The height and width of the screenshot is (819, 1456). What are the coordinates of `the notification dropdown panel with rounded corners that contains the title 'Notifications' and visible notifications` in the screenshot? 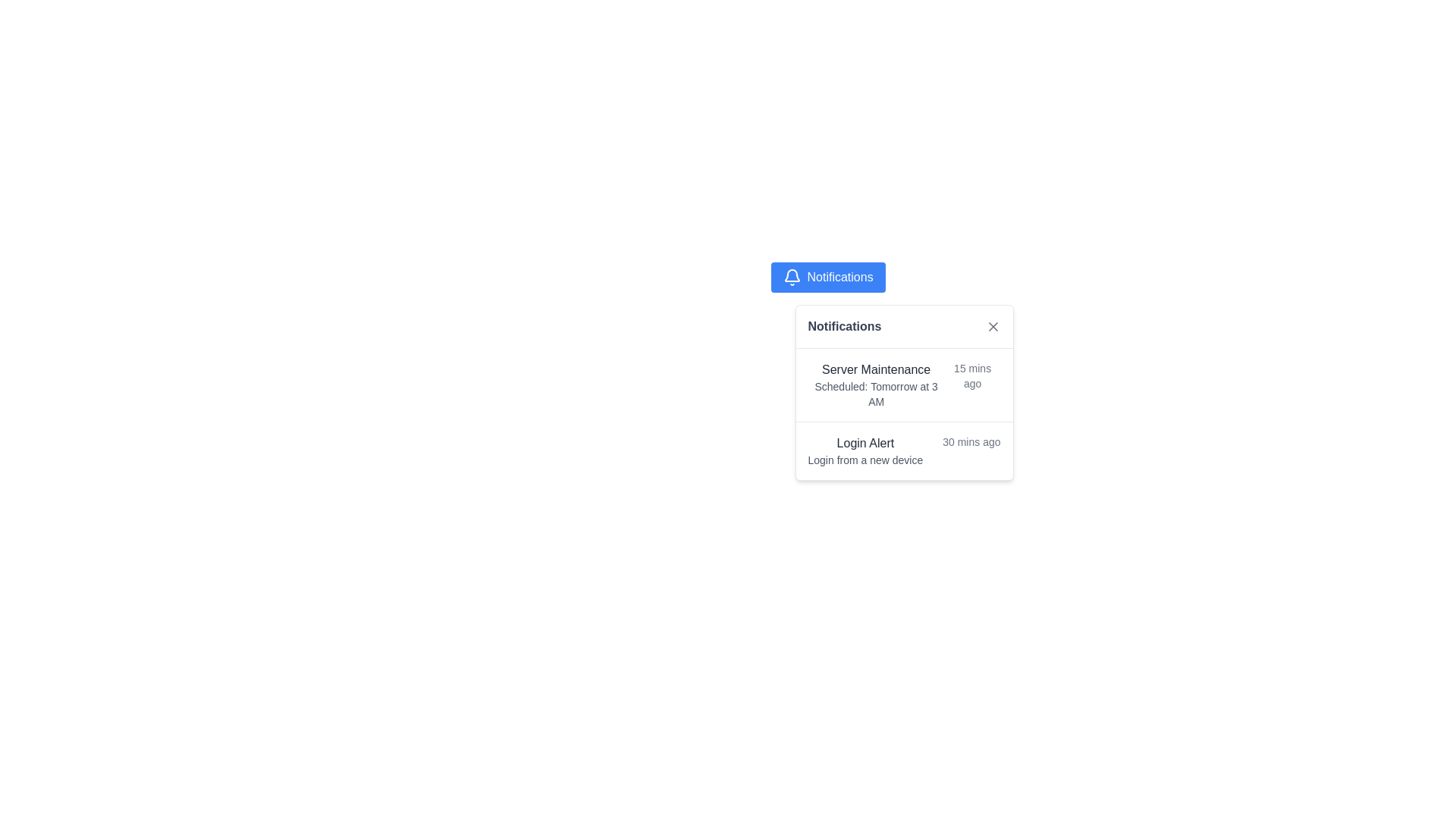 It's located at (904, 391).